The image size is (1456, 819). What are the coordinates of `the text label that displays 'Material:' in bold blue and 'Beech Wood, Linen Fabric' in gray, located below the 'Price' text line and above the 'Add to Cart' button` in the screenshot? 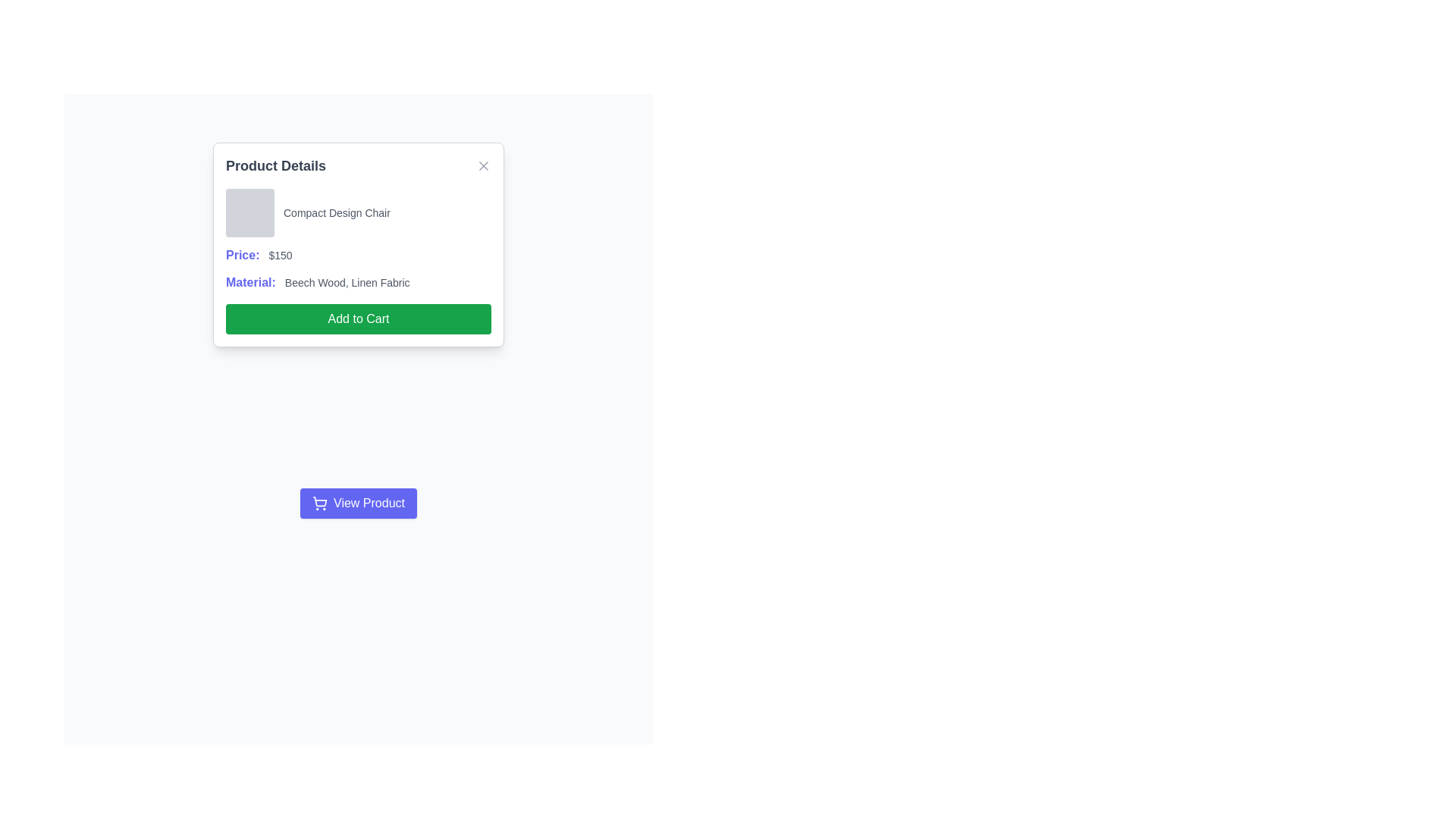 It's located at (358, 283).